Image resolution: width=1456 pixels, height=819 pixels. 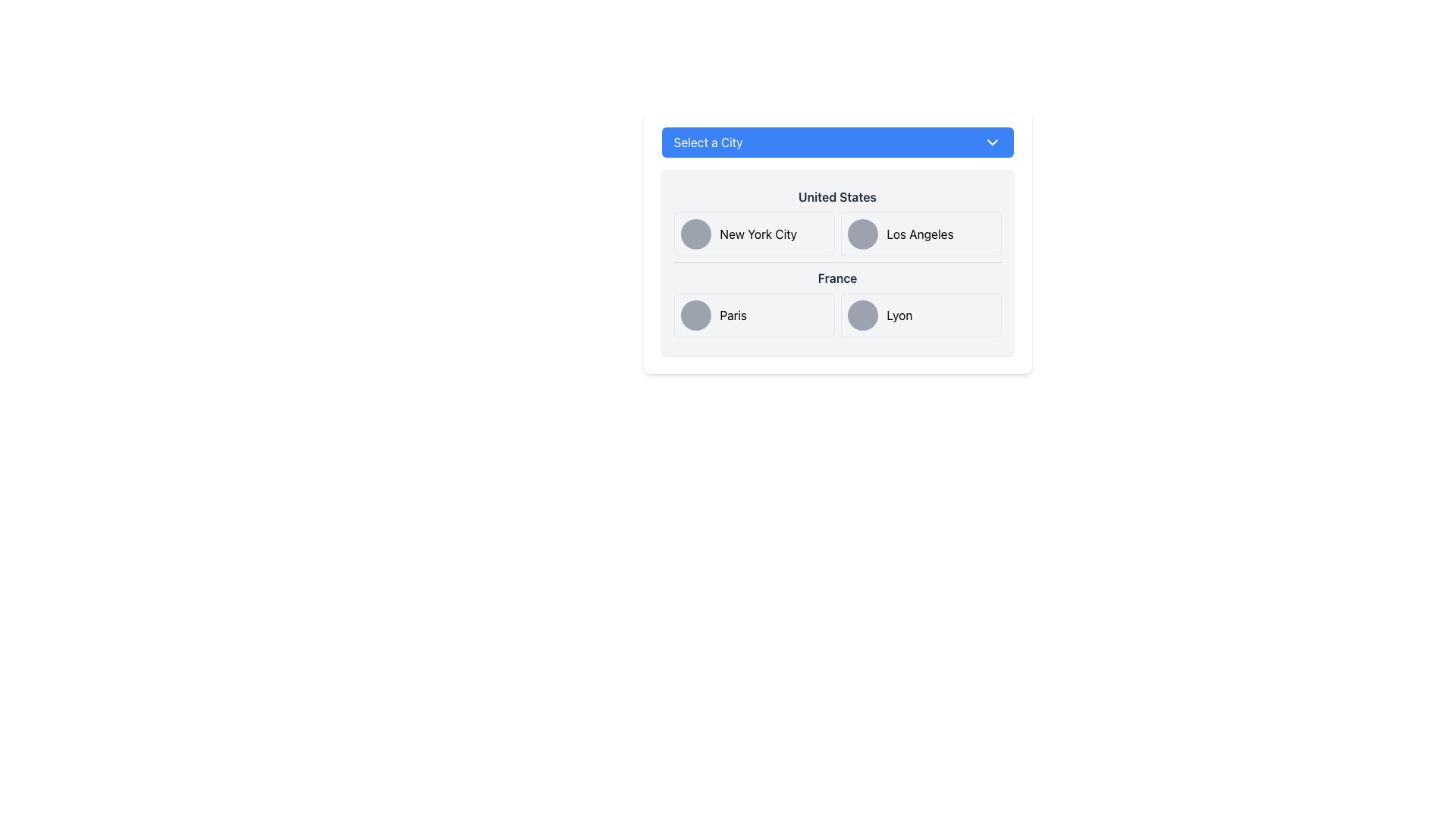 What do you see at coordinates (836, 315) in the screenshot?
I see `the 'Lyon' option in the interactive two-column grid under the 'France' section` at bounding box center [836, 315].